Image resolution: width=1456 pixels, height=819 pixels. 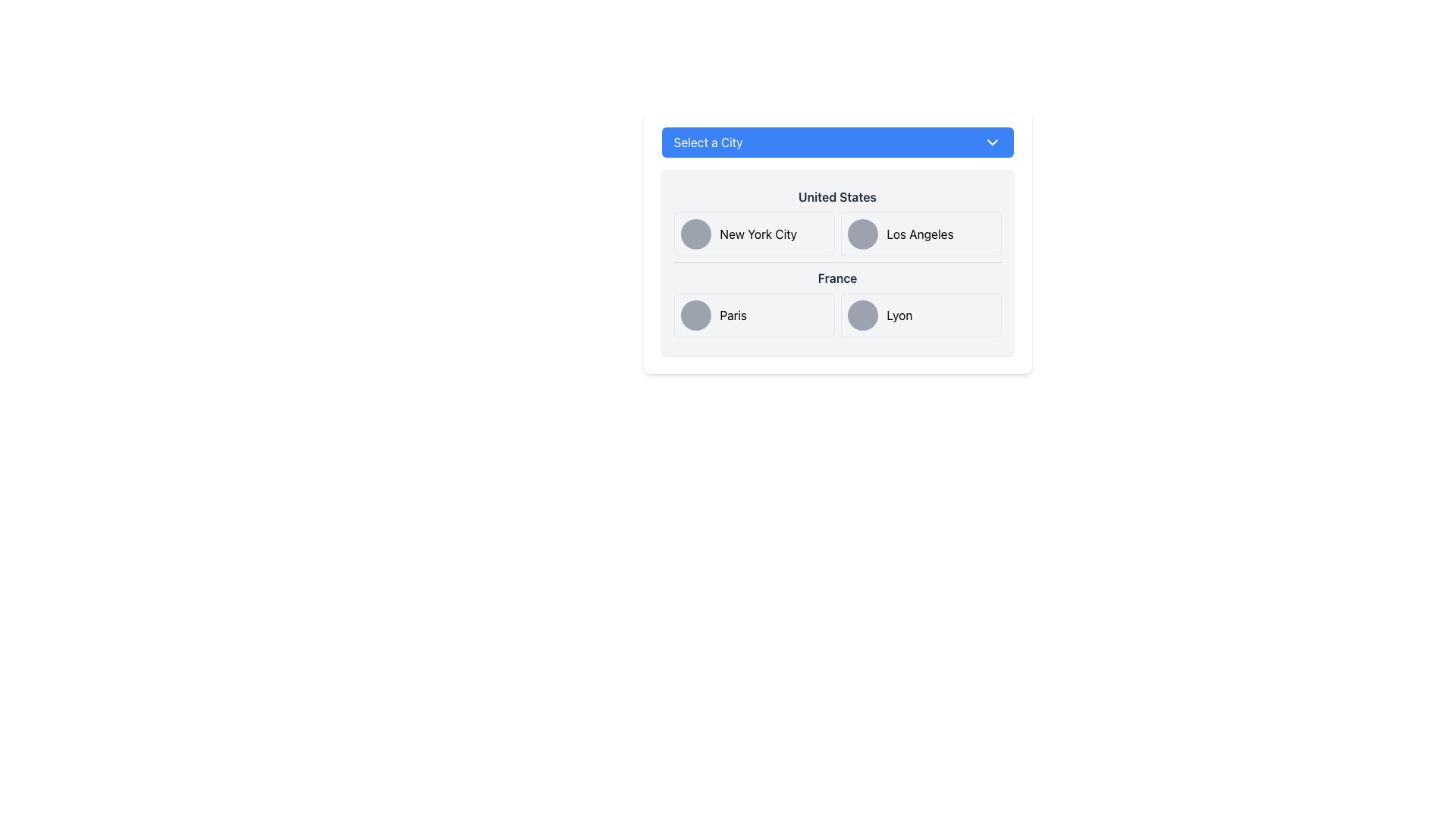 What do you see at coordinates (836, 315) in the screenshot?
I see `the 'Lyon' option in the interactive two-column grid under the 'France' section` at bounding box center [836, 315].